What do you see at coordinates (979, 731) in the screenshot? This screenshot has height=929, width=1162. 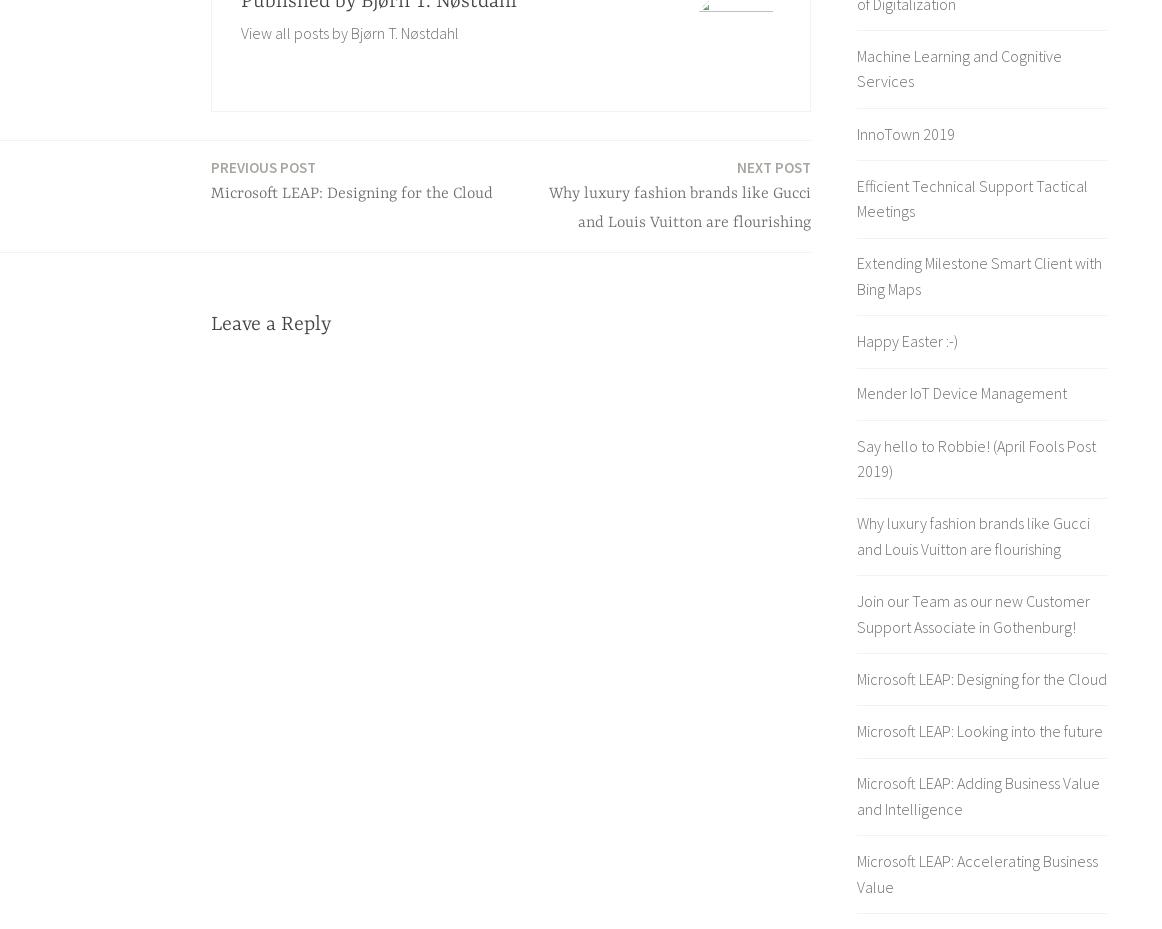 I see `'Microsoft LEAP: Looking into the future'` at bounding box center [979, 731].